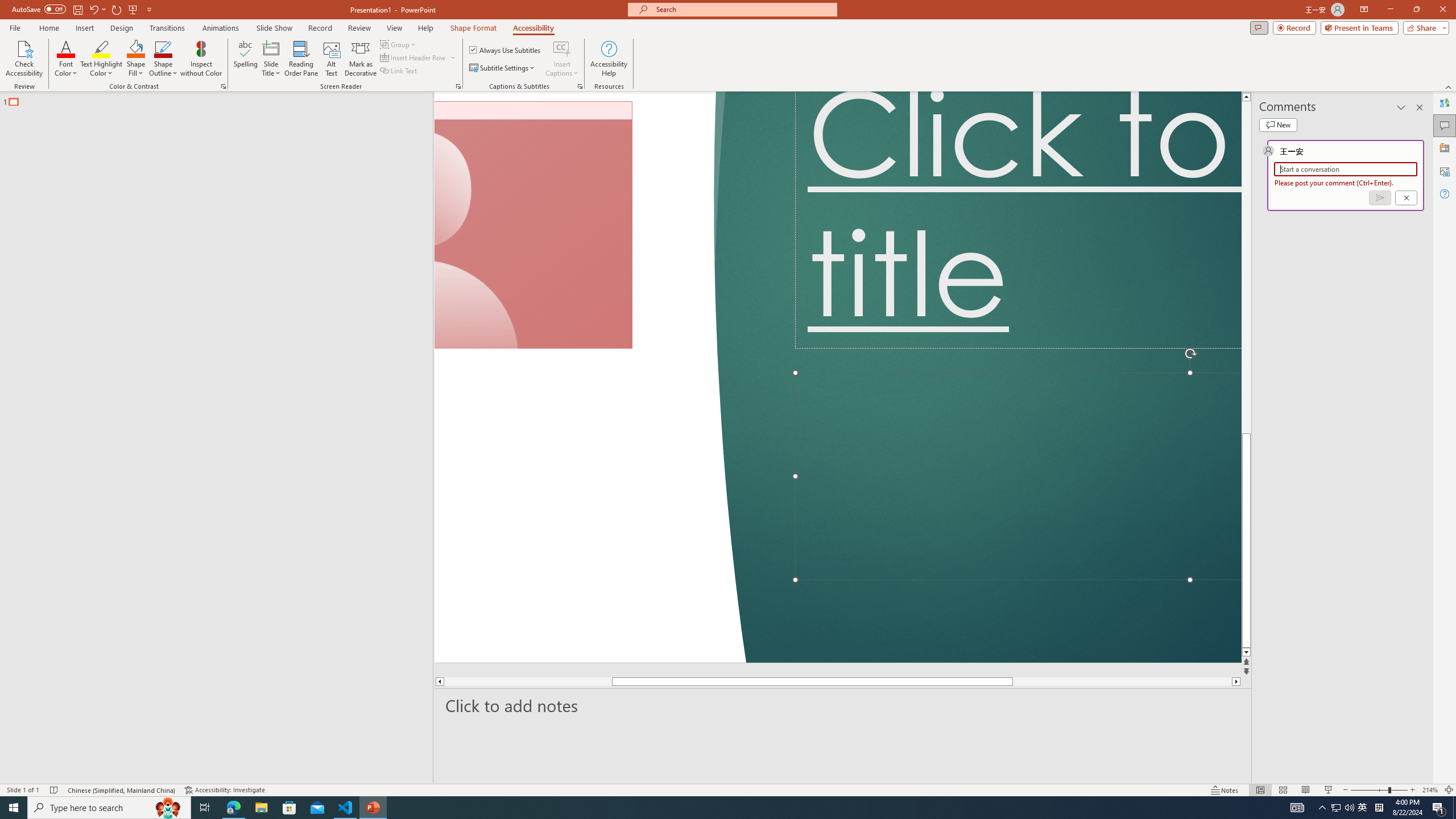 The image size is (1456, 819). I want to click on 'Cancel', so click(1405, 198).